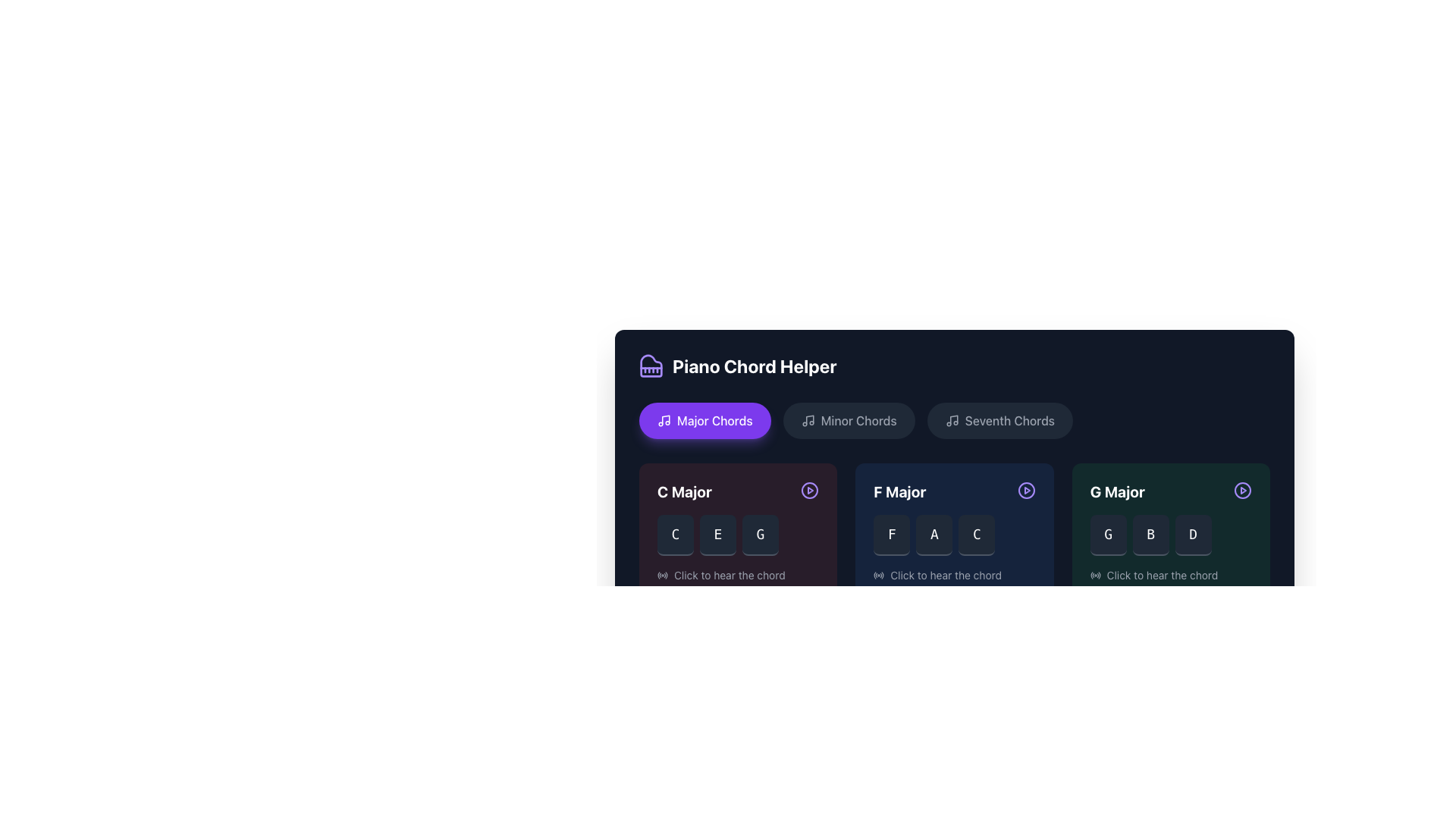 The width and height of the screenshot is (1456, 819). Describe the element at coordinates (999, 421) in the screenshot. I see `the 'Seventh Chords' button, which is a rectangular button with rounded corners and a dark gray background` at that location.